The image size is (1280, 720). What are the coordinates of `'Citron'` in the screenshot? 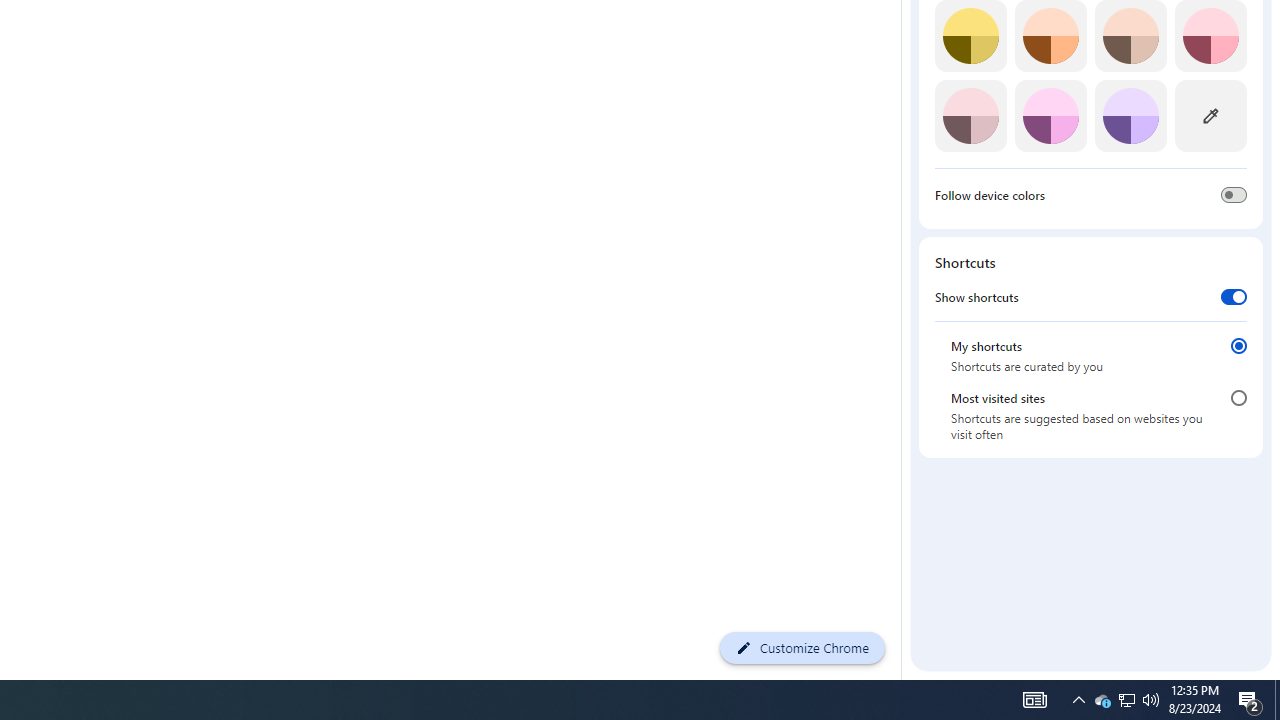 It's located at (970, 36).